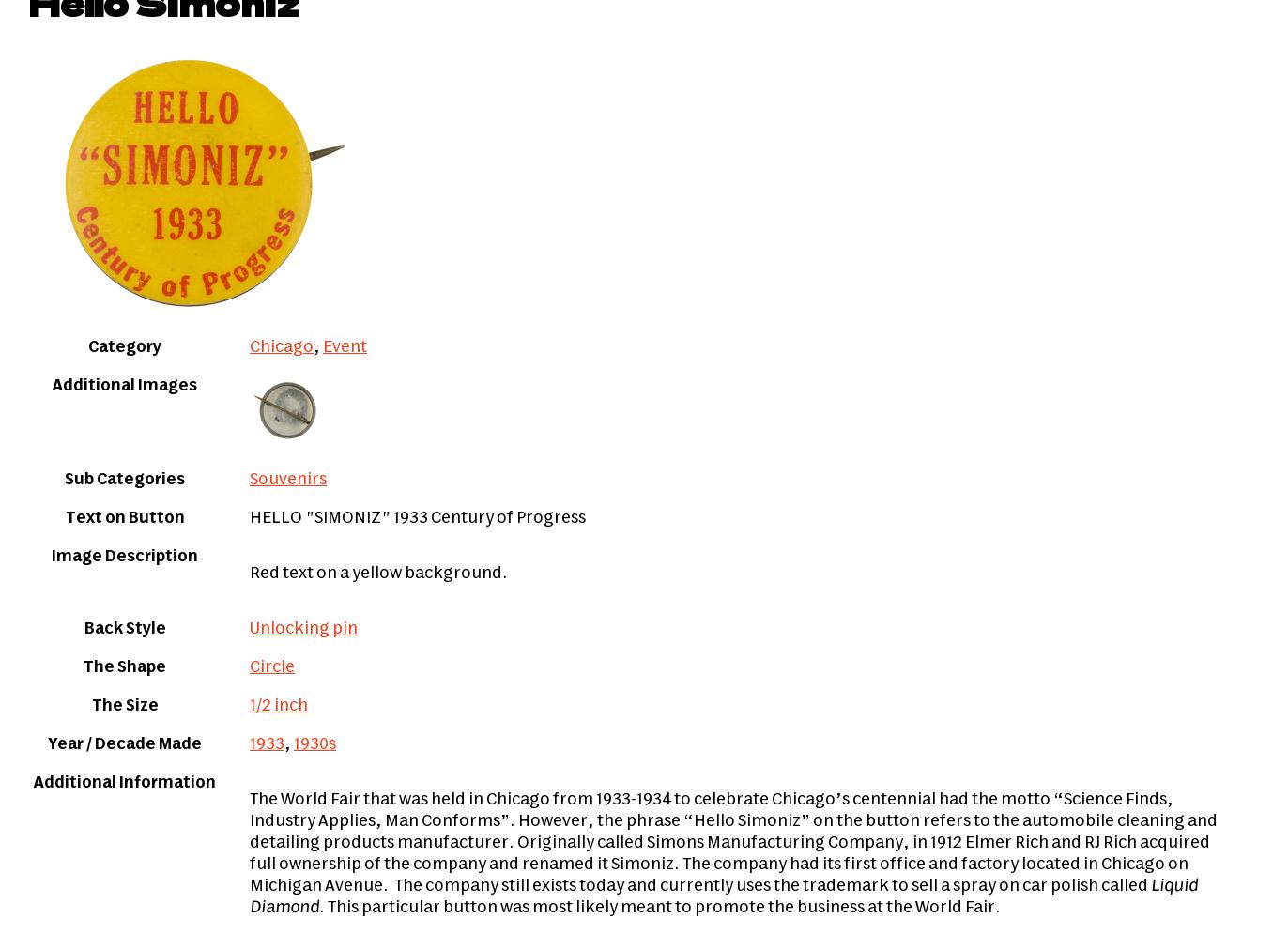 This screenshot has width=1288, height=934. What do you see at coordinates (124, 628) in the screenshot?
I see `'Back Style'` at bounding box center [124, 628].